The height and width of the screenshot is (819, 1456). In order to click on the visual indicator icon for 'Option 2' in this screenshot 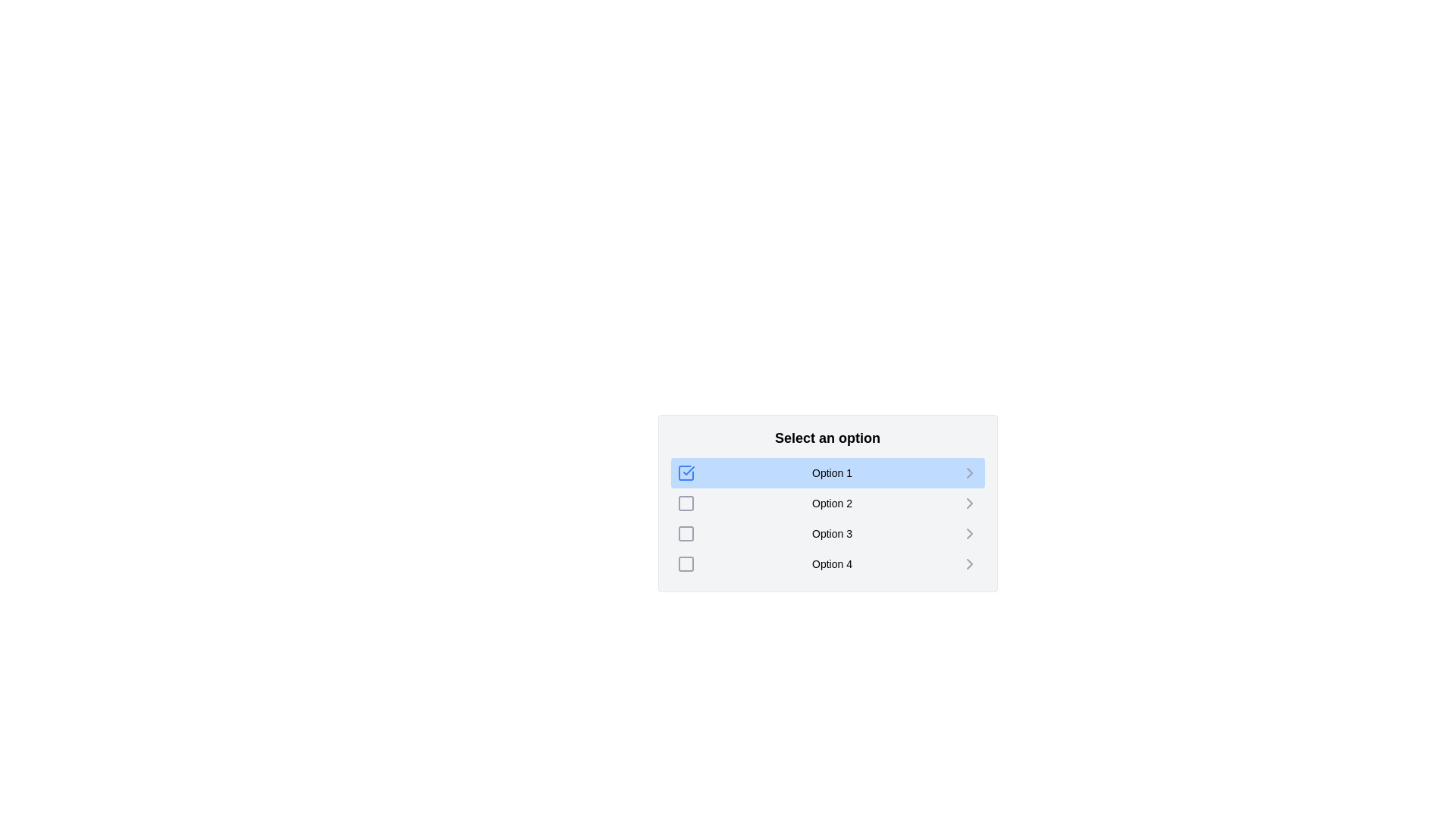, I will do `click(685, 503)`.